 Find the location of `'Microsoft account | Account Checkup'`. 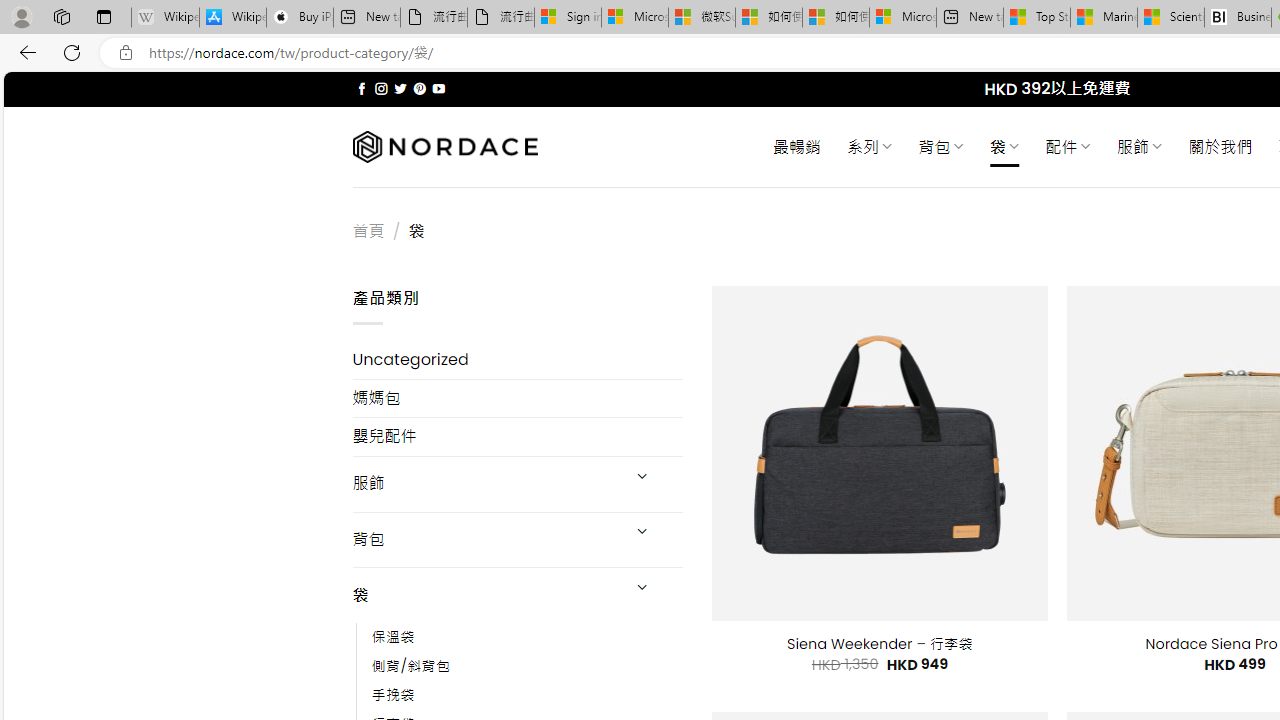

'Microsoft account | Account Checkup' is located at coordinates (902, 17).